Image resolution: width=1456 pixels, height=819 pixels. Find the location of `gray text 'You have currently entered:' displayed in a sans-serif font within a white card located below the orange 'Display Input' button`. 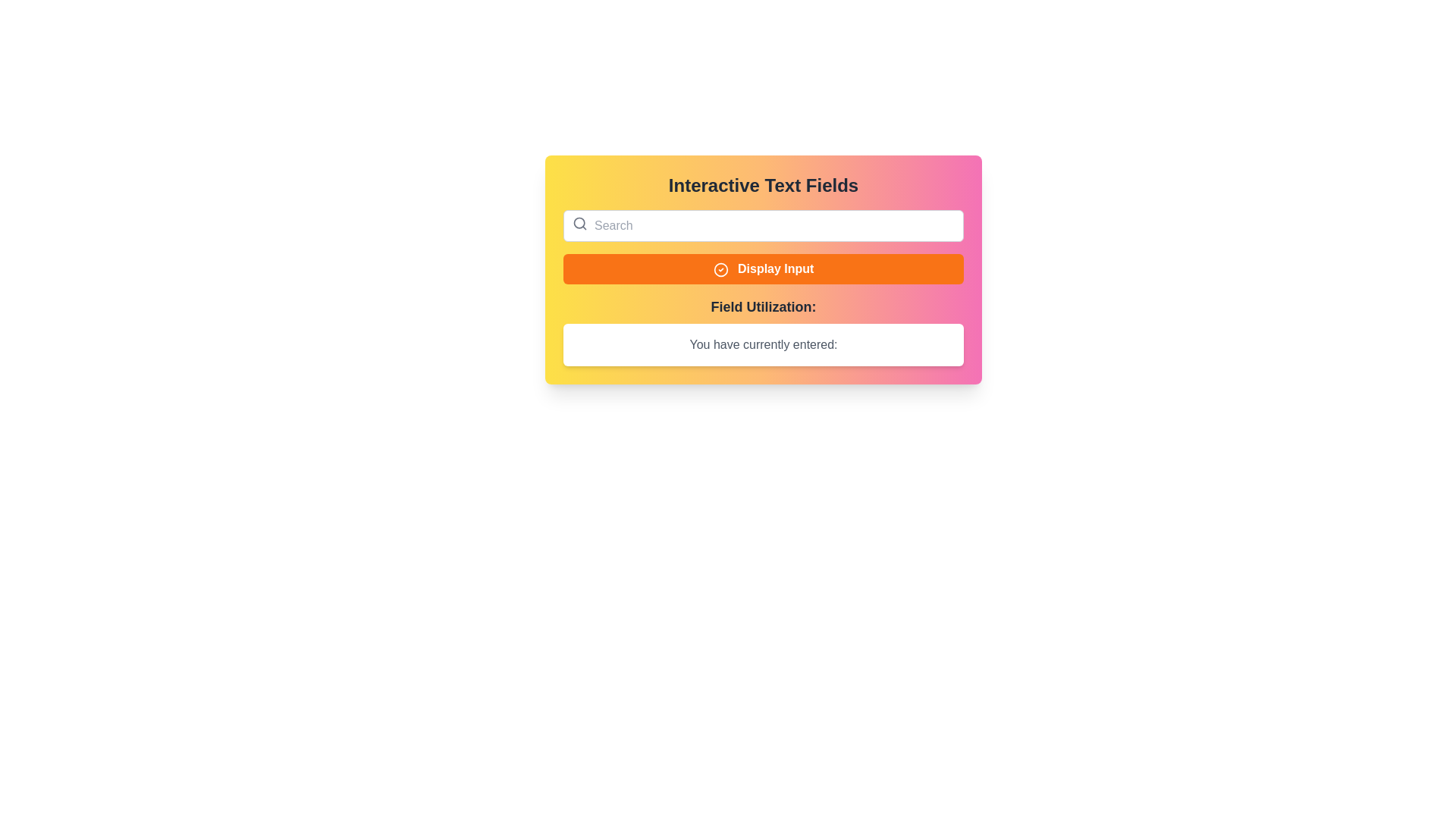

gray text 'You have currently entered:' displayed in a sans-serif font within a white card located below the orange 'Display Input' button is located at coordinates (764, 345).